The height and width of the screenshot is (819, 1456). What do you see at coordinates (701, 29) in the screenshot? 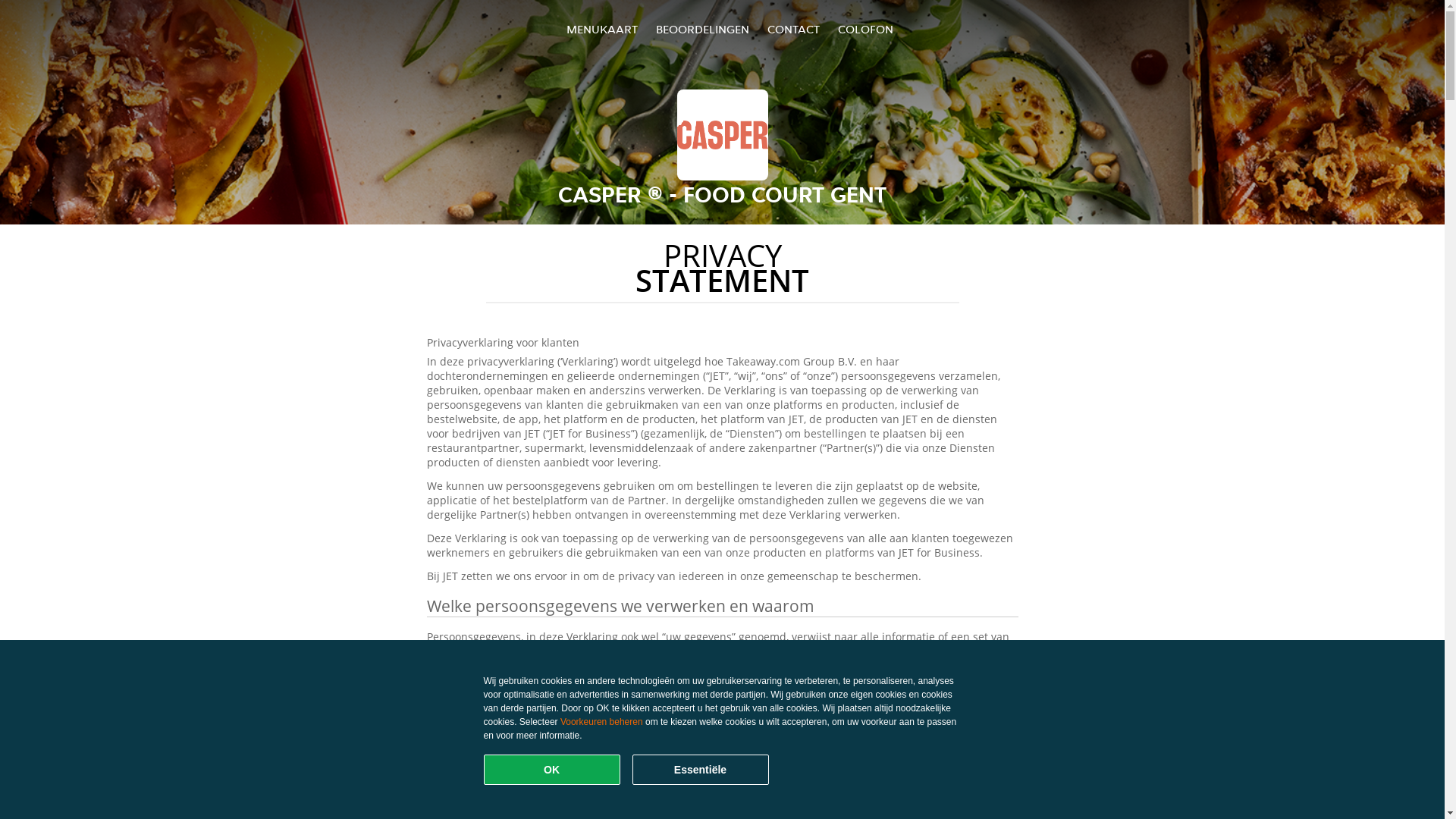
I see `'BEOORDELINGEN'` at bounding box center [701, 29].